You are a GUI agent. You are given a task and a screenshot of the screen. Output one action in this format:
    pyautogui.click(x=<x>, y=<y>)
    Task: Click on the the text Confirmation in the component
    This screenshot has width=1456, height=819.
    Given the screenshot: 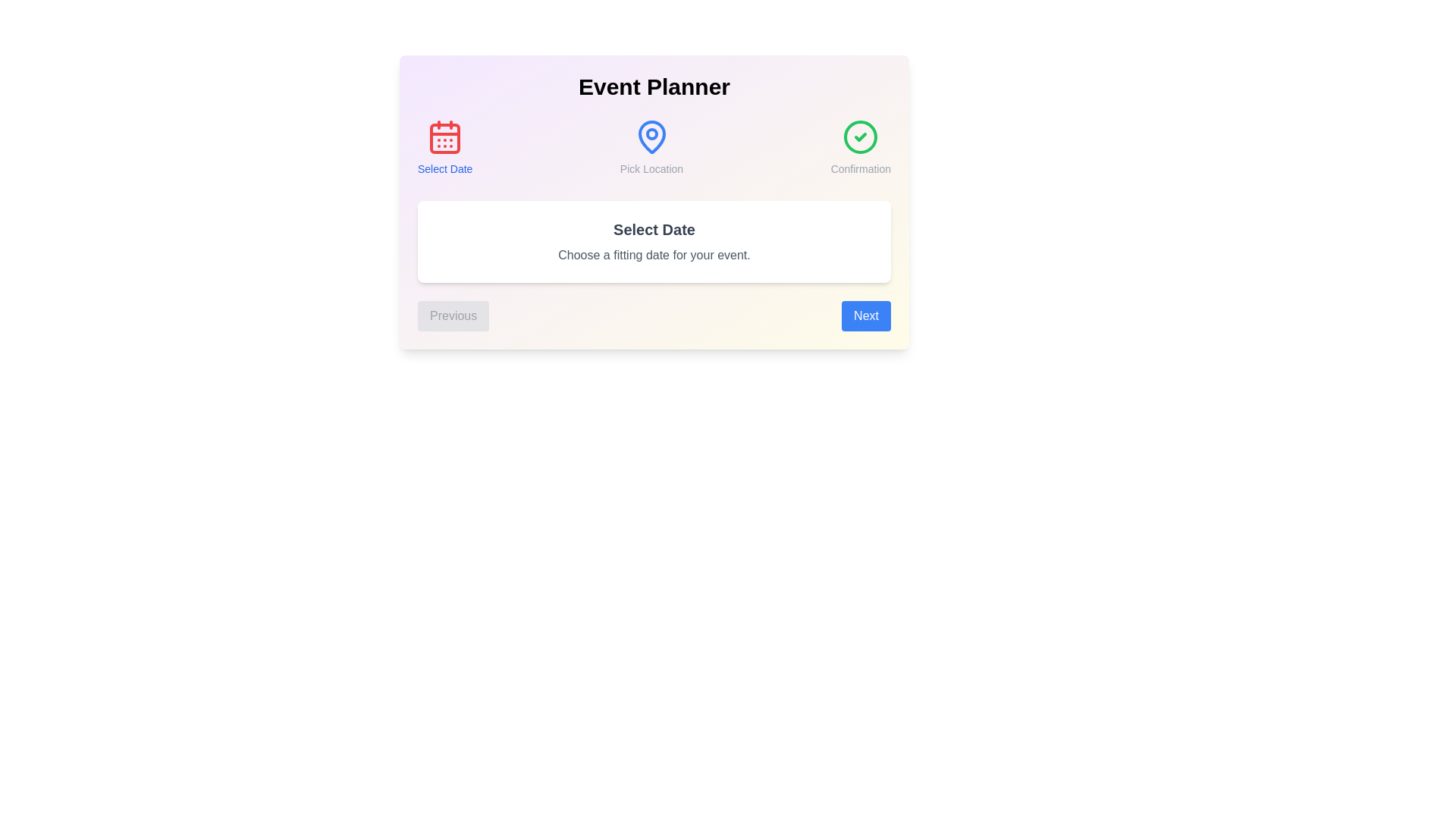 What is the action you would take?
    pyautogui.click(x=861, y=148)
    